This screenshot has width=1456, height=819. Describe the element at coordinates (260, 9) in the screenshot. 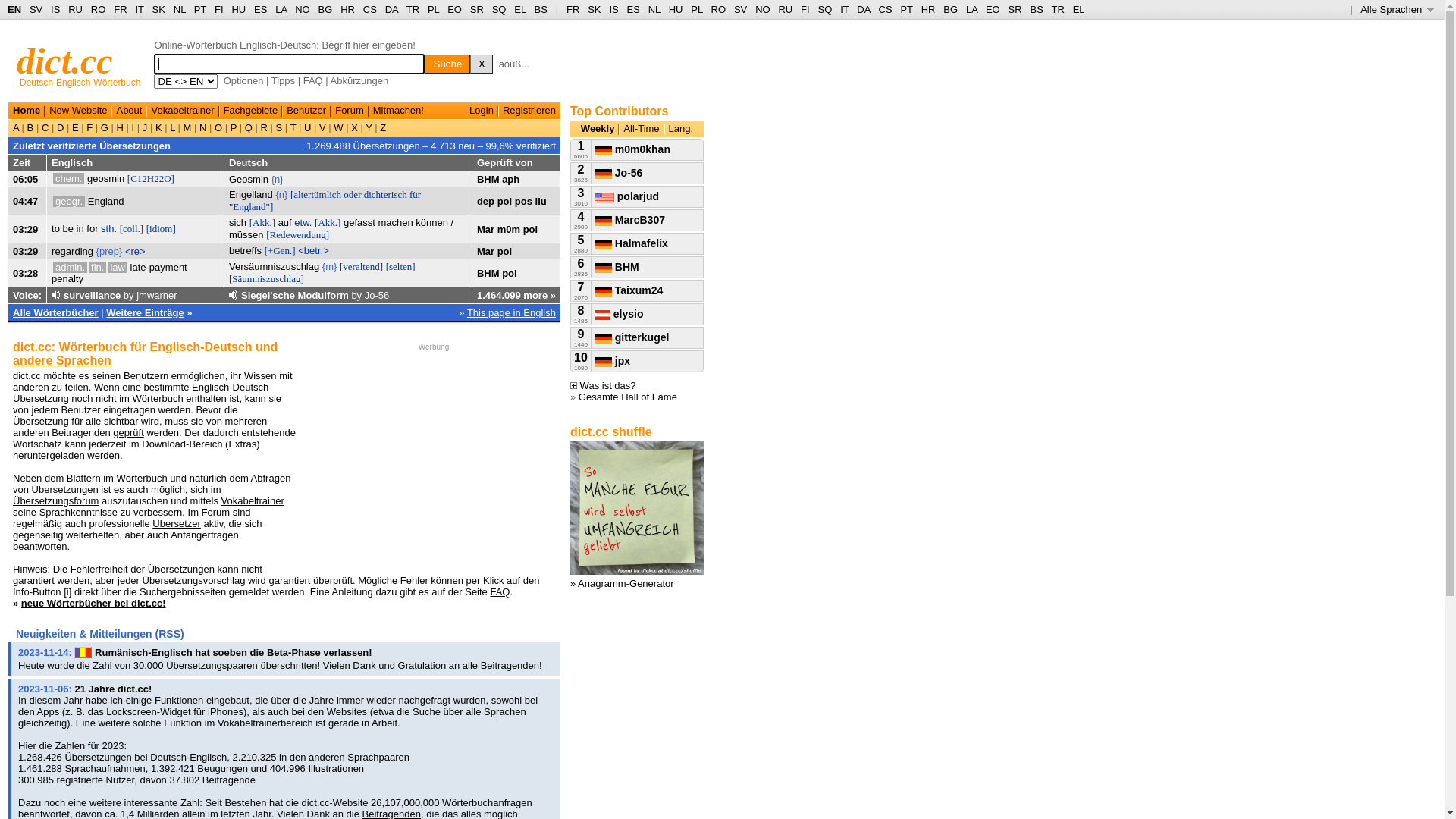

I see `'ES'` at that location.